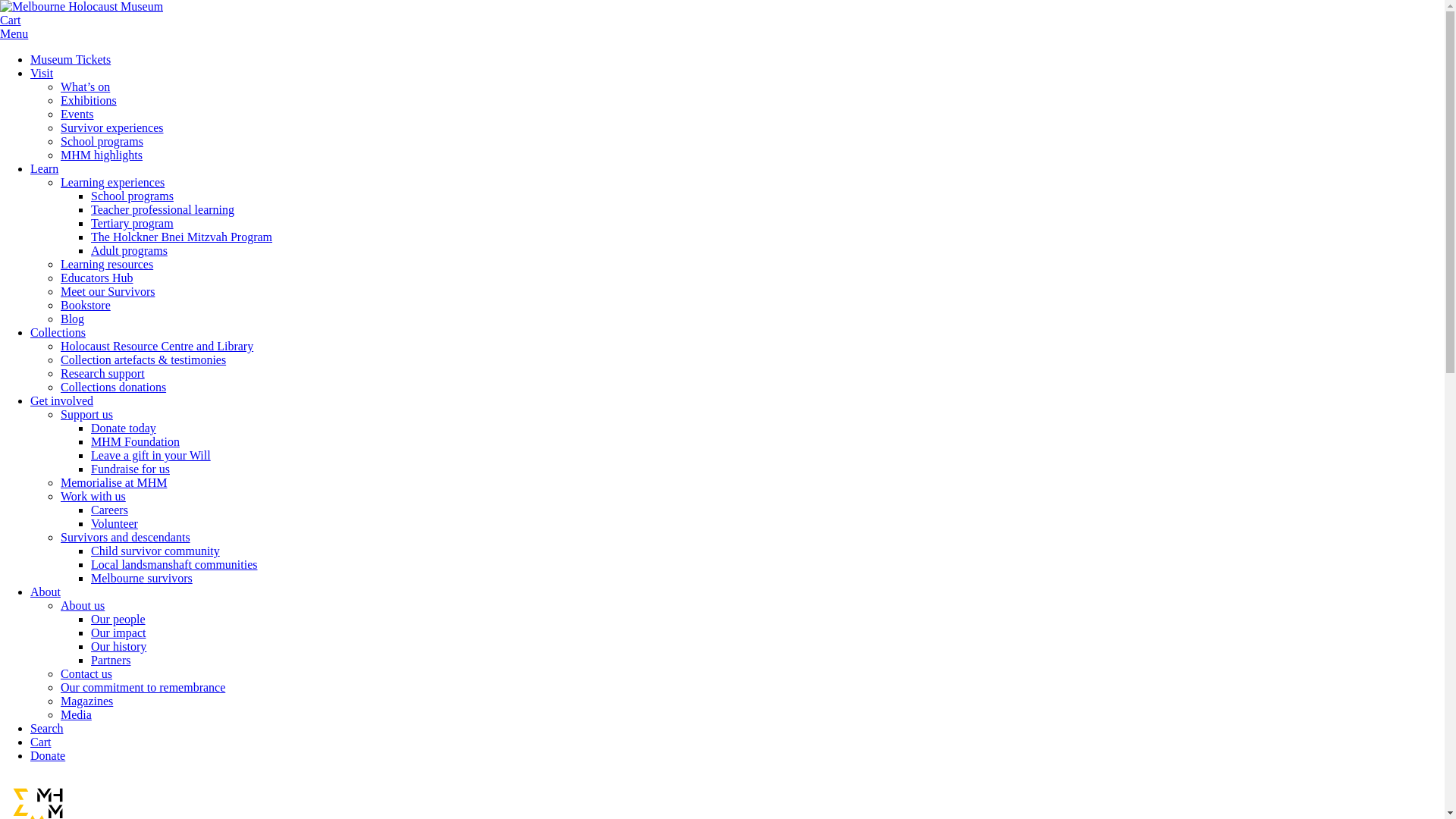 The image size is (1456, 819). Describe the element at coordinates (61, 701) in the screenshot. I see `'Magazines'` at that location.